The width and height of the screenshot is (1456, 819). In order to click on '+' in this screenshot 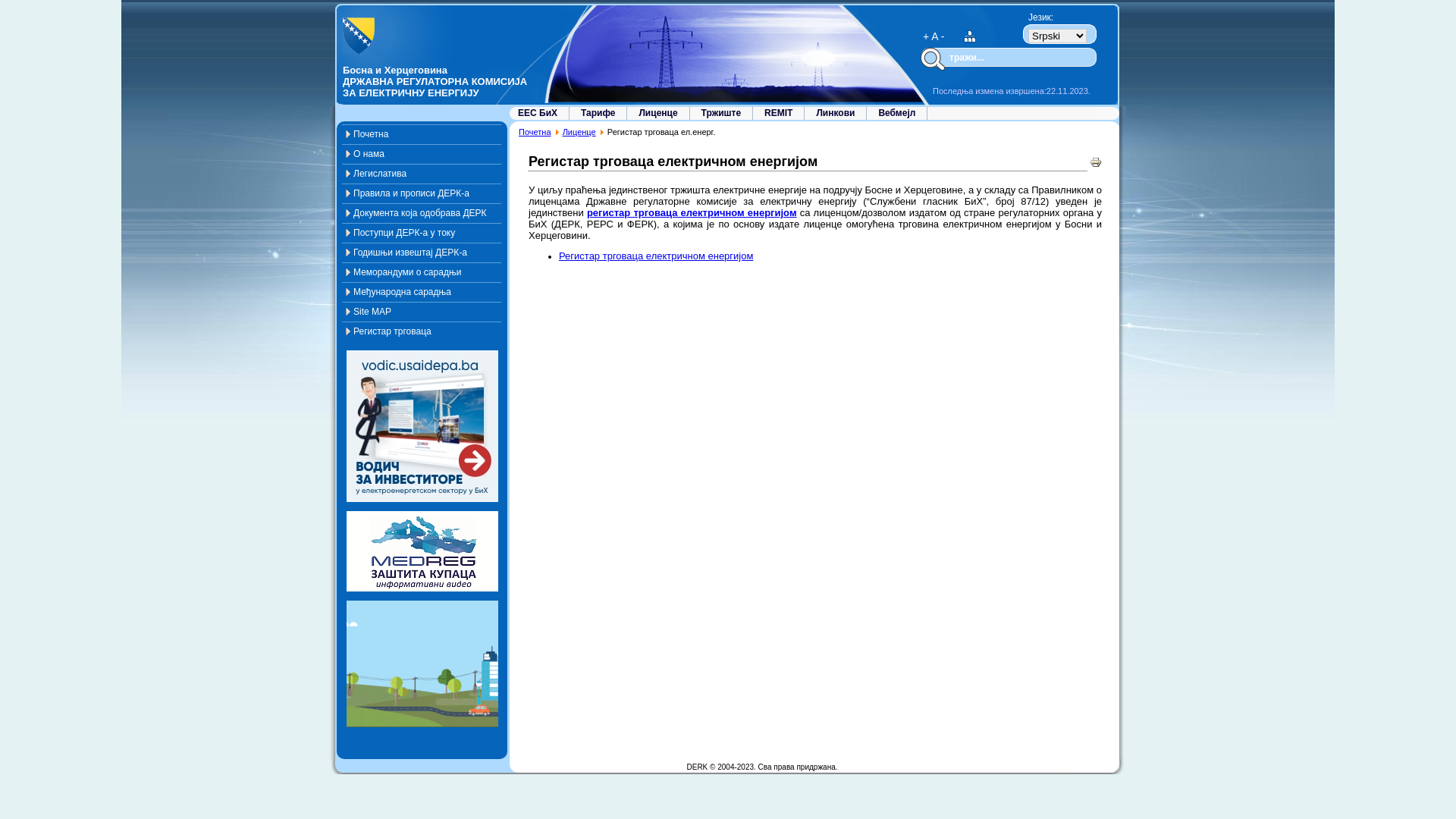, I will do `click(924, 35)`.